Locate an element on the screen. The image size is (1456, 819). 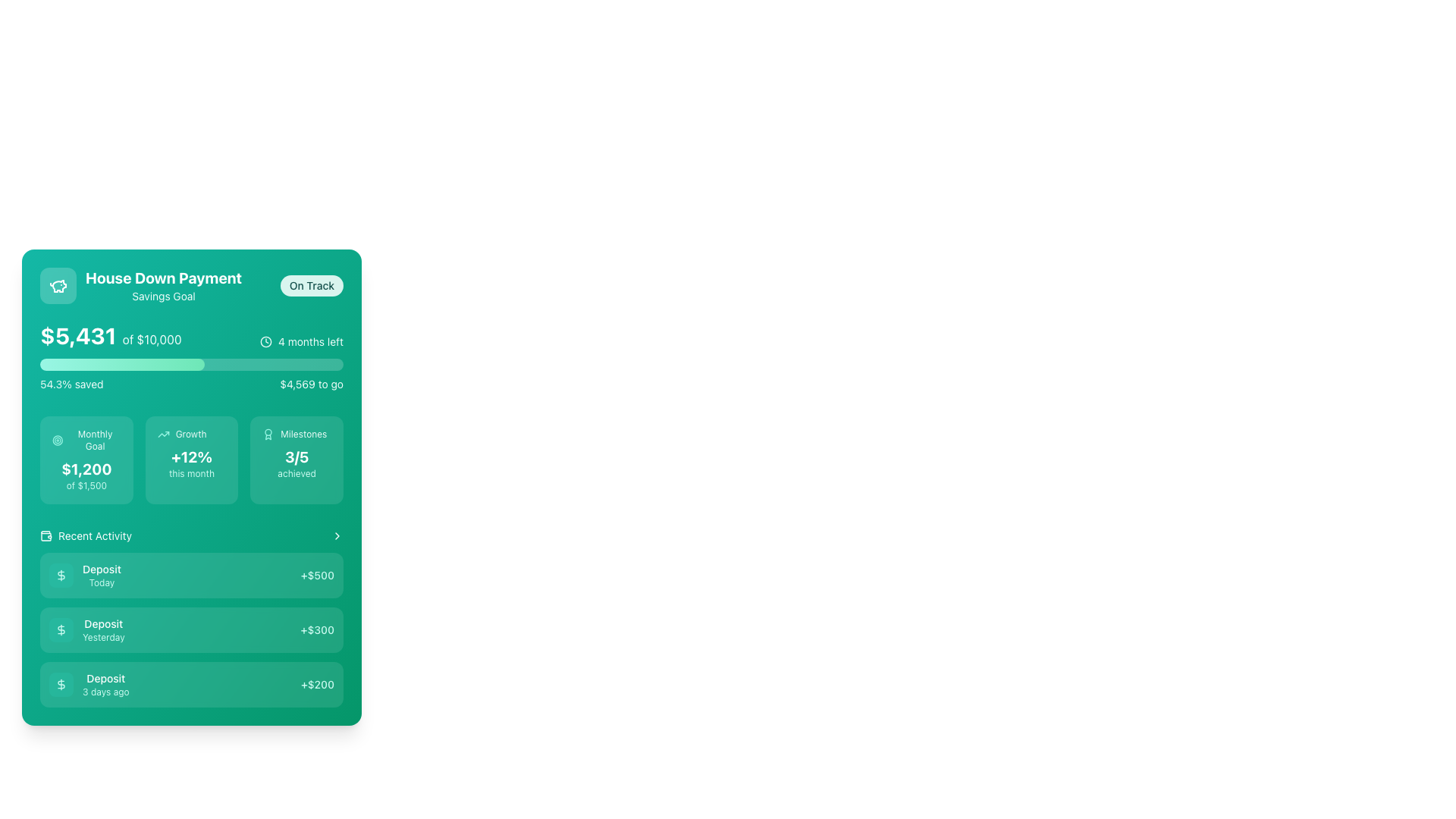
the text label displaying the current saved amount towards a financial goal, which shows the progress '$5,431 of $10,000' is located at coordinates (77, 334).